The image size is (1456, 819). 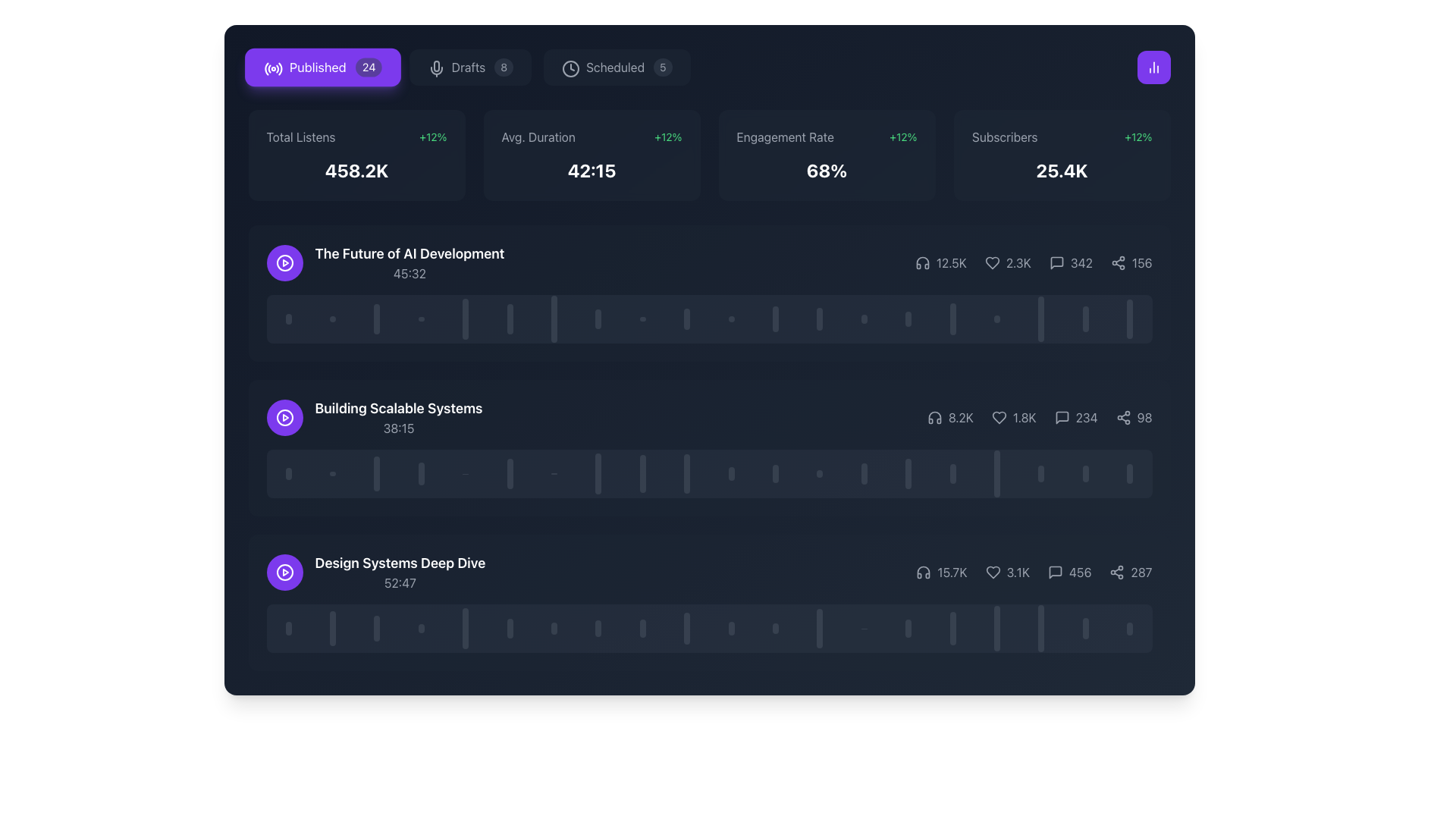 I want to click on the text displaying the count or statistic related to the adjacent sharing or network-related icon, located towards the lower right corner of the interface, so click(x=1131, y=573).